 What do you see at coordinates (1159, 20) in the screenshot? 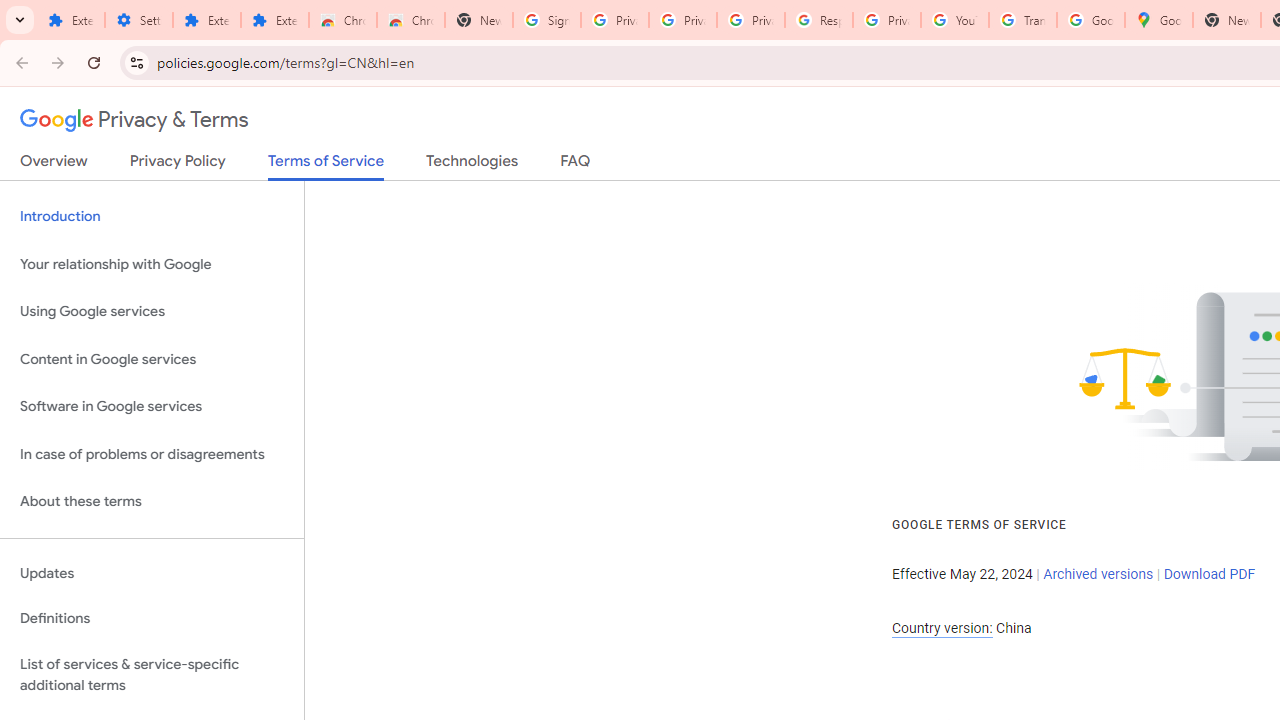
I see `'Google Maps'` at bounding box center [1159, 20].